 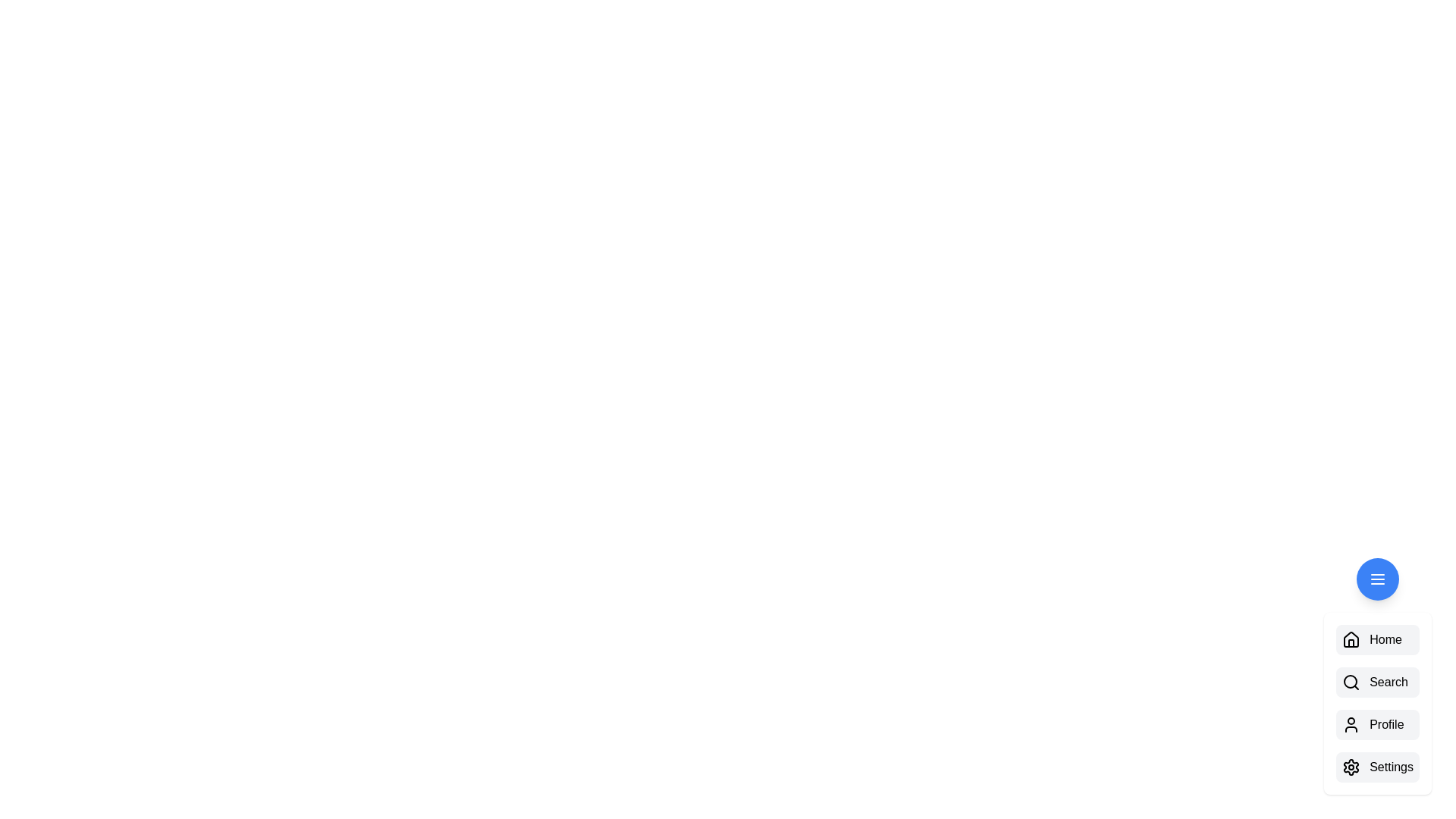 I want to click on the 'Settings' button in the menu, so click(x=1392, y=767).